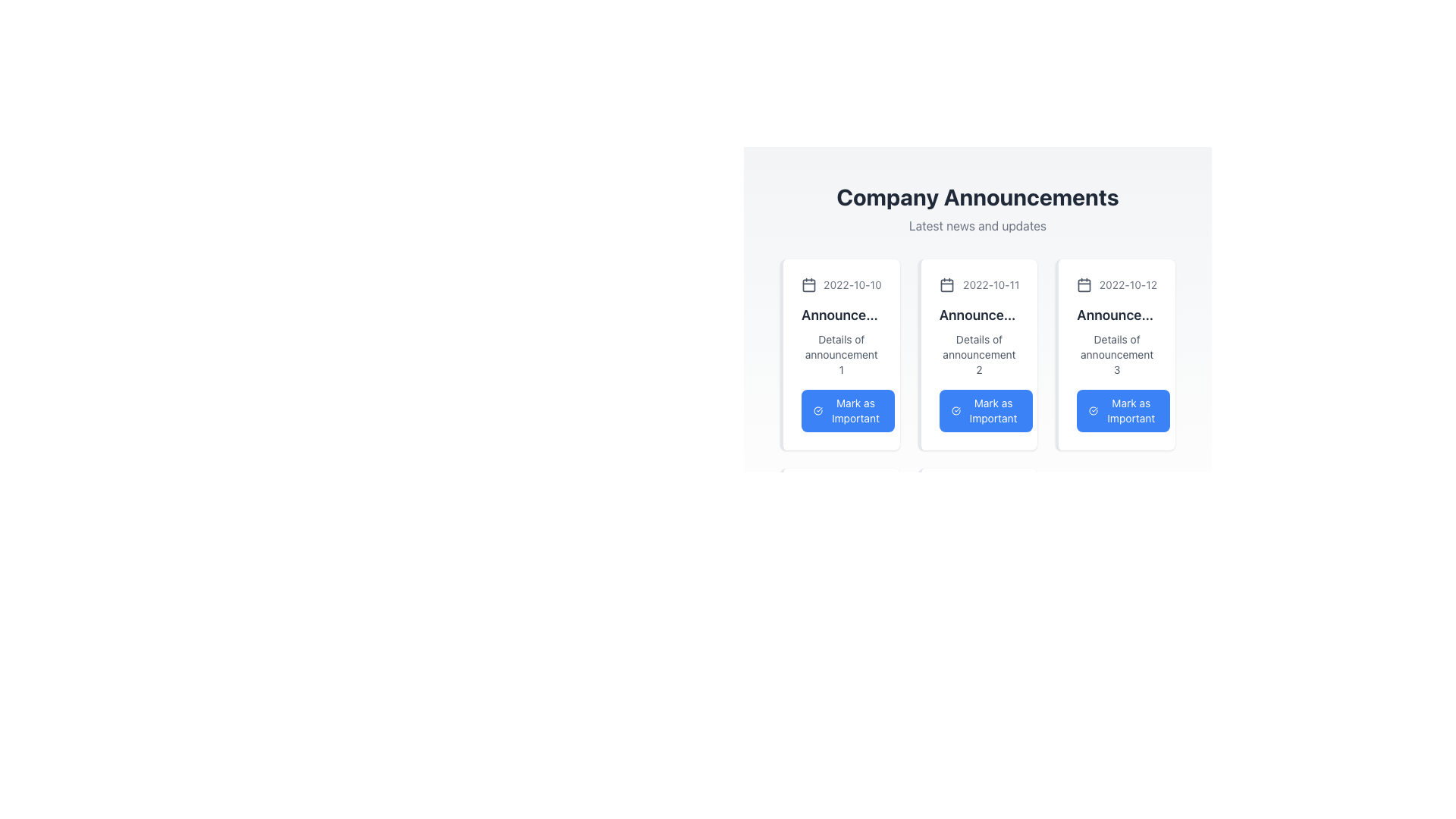 The image size is (1456, 819). I want to click on text label that states 'Details of announcement 2' located below the title 'Announcement 2' within its announcement card, so click(979, 354).